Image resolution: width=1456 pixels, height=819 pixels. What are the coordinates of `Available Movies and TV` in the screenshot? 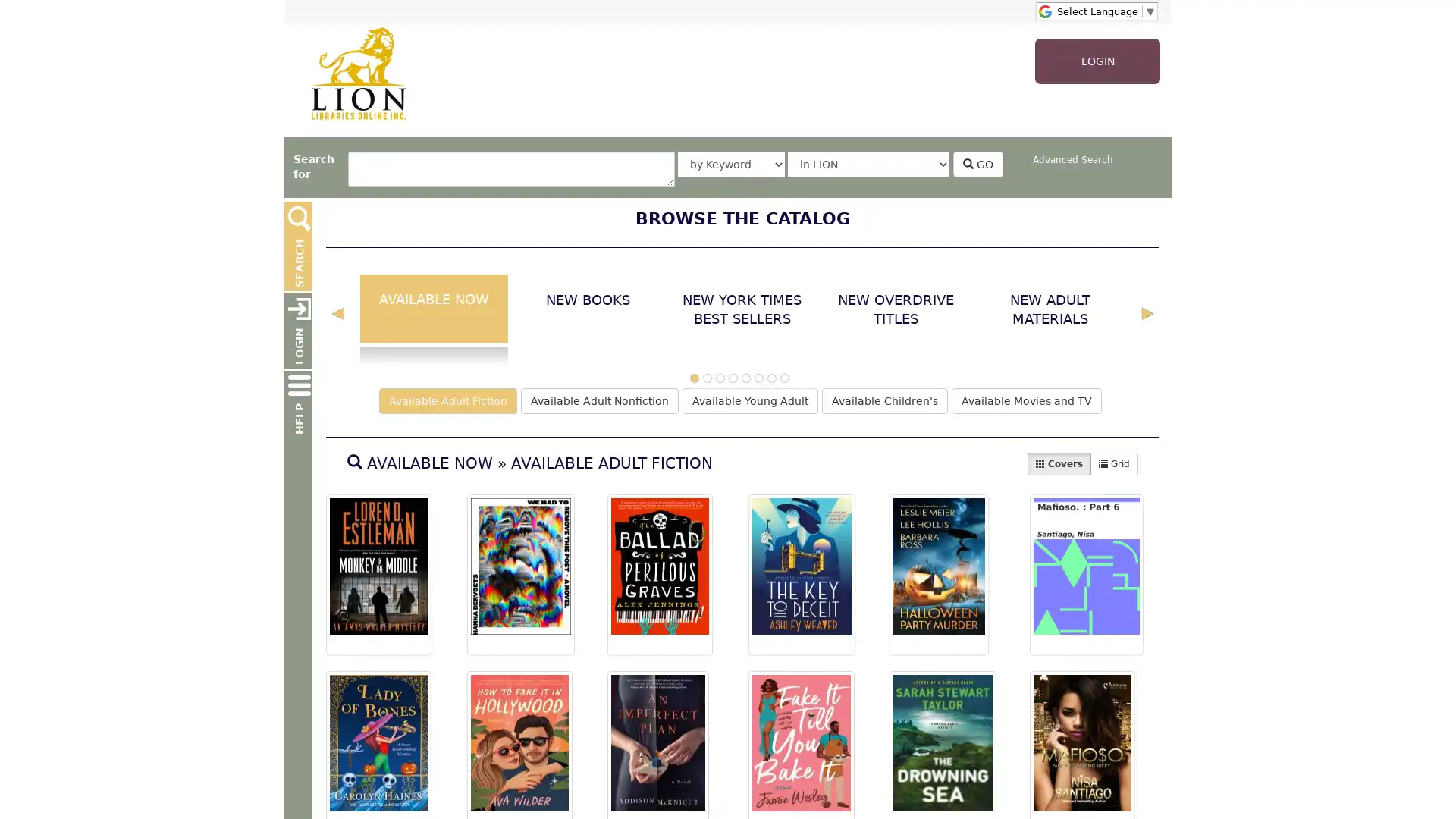 It's located at (1026, 400).